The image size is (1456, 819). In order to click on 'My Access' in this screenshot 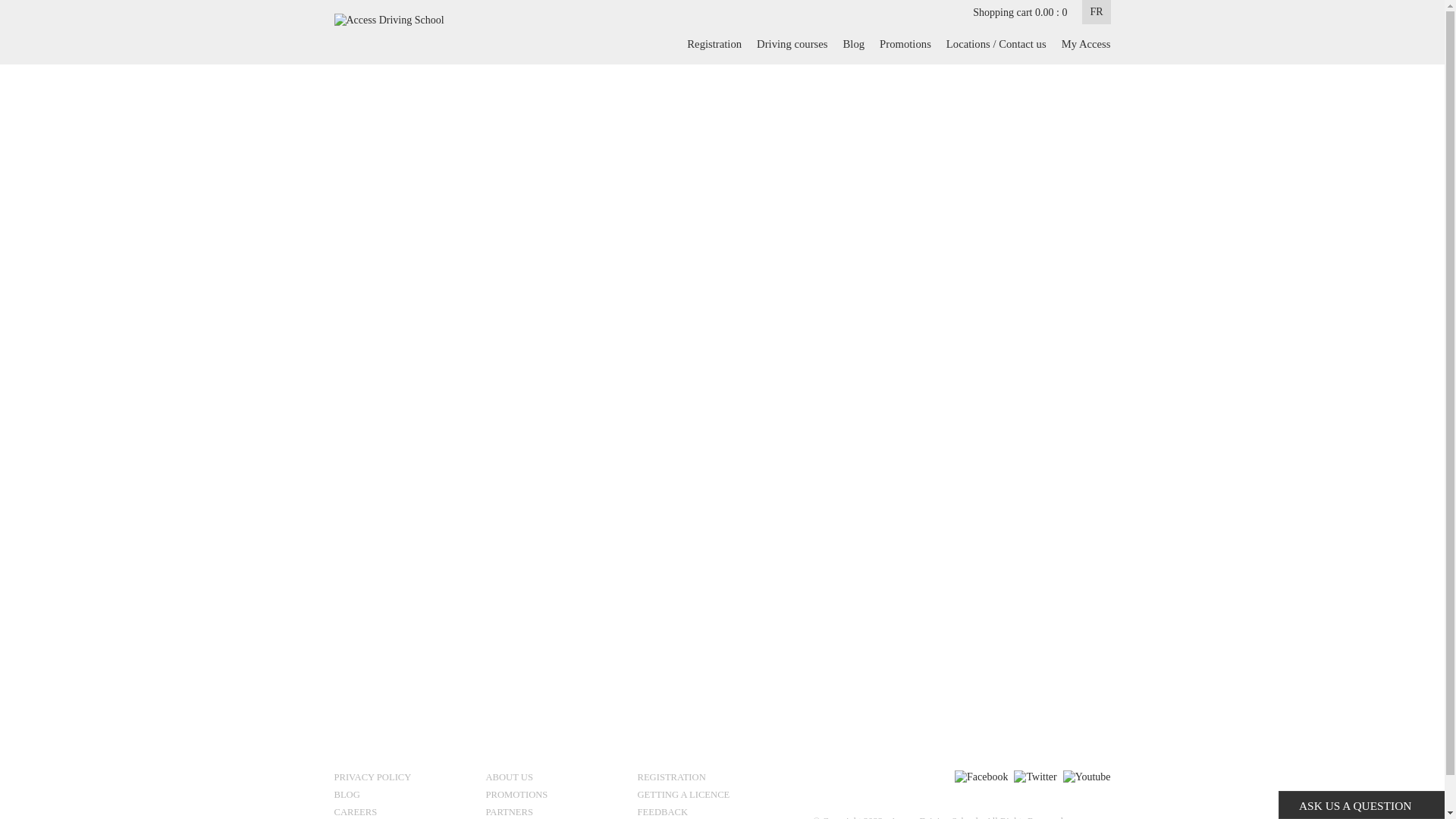, I will do `click(1053, 42)`.